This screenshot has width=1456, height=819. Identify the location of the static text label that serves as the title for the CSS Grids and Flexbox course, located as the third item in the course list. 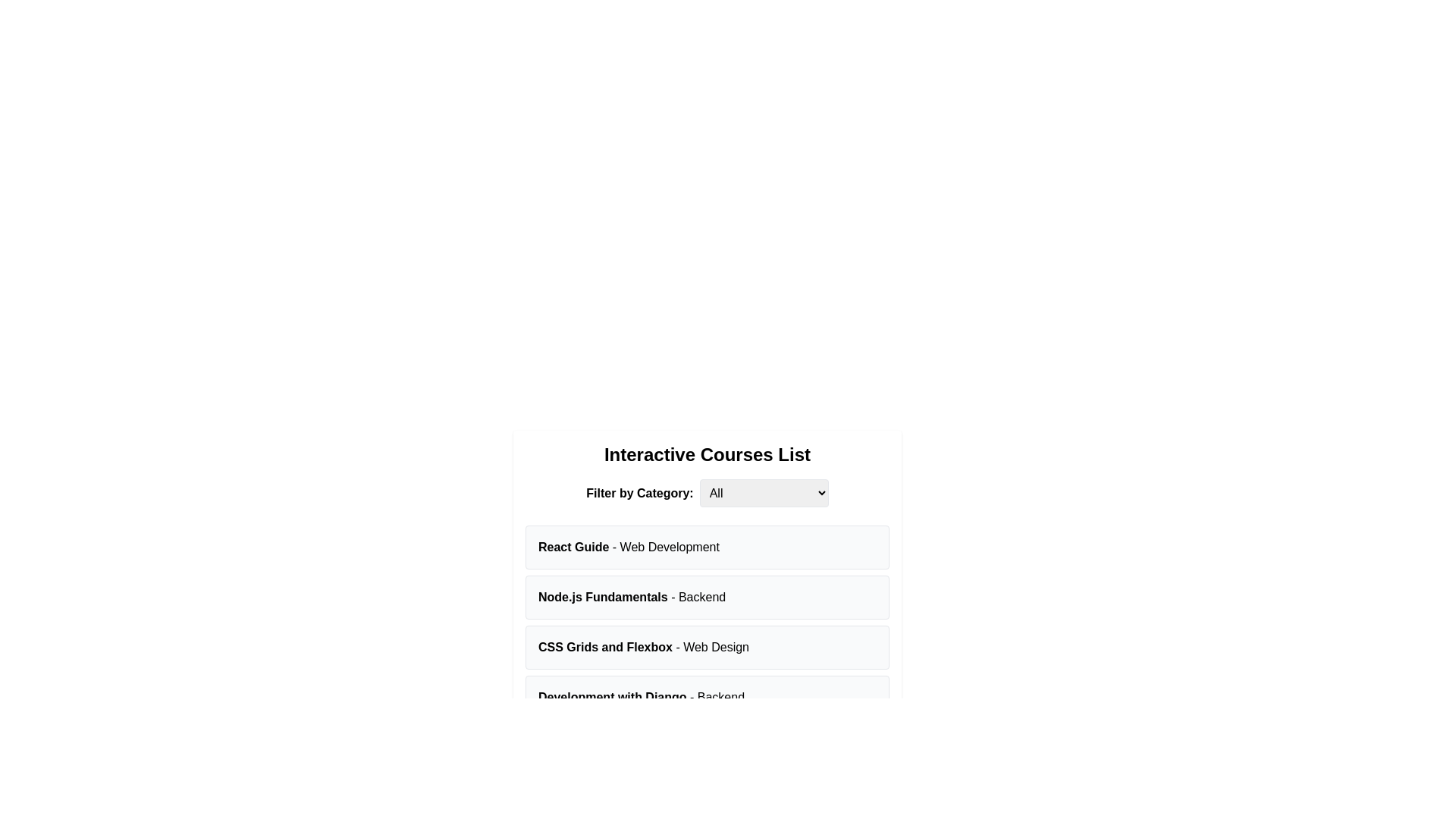
(604, 647).